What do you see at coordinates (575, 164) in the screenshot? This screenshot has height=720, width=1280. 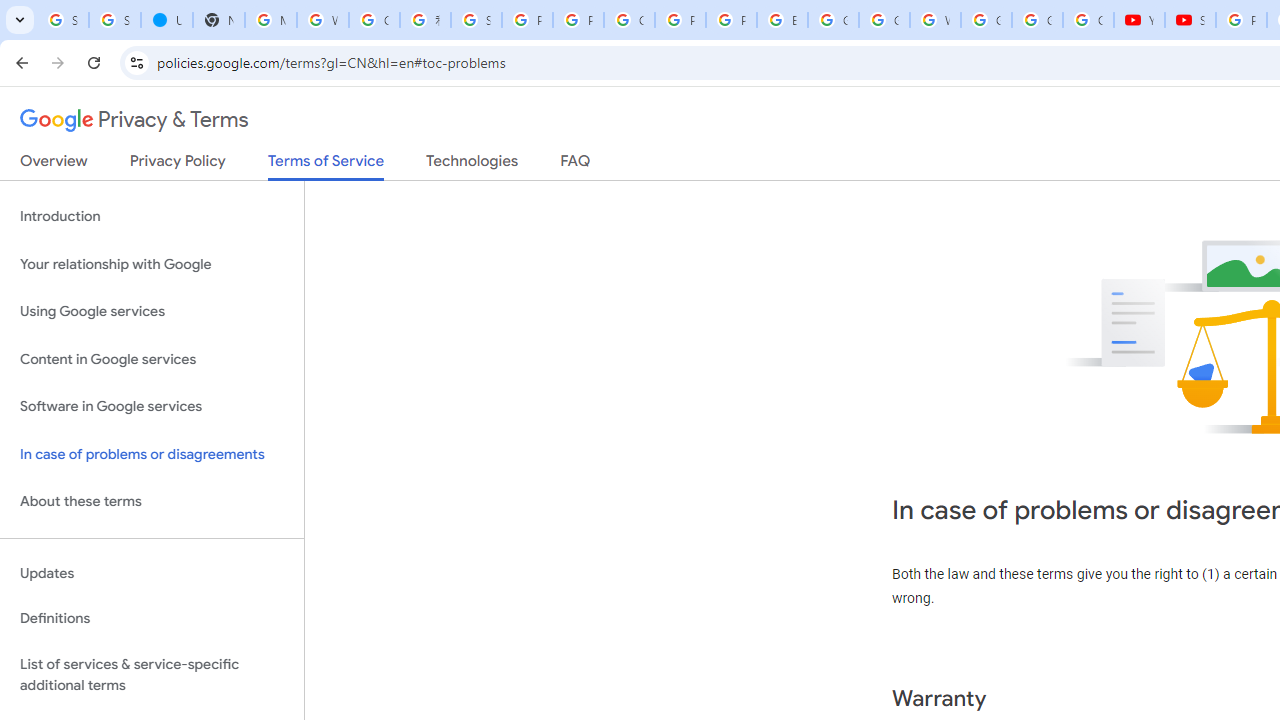 I see `'FAQ'` at bounding box center [575, 164].